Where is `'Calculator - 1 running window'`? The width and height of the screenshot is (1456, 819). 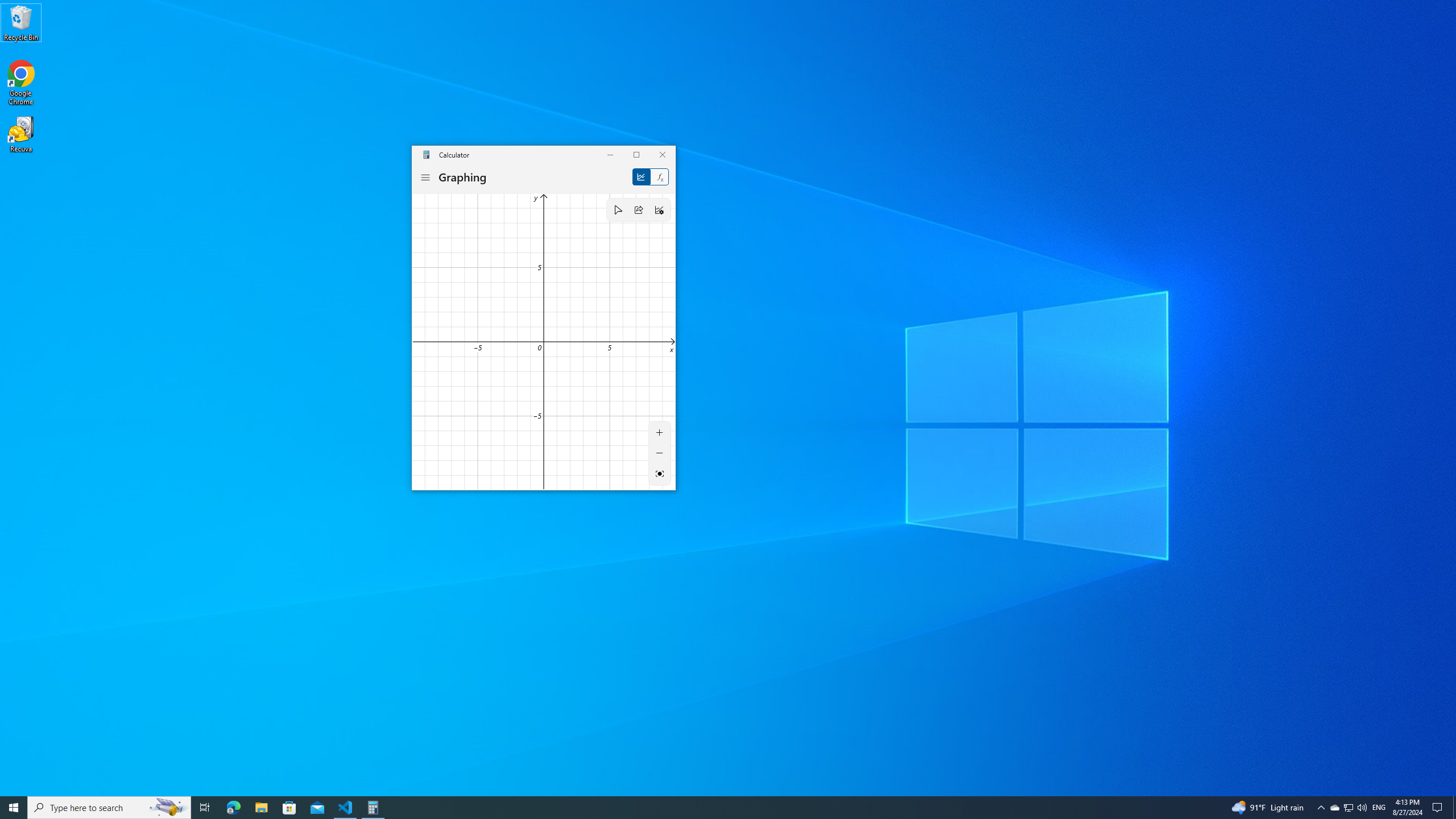
'Calculator - 1 running window' is located at coordinates (373, 806).